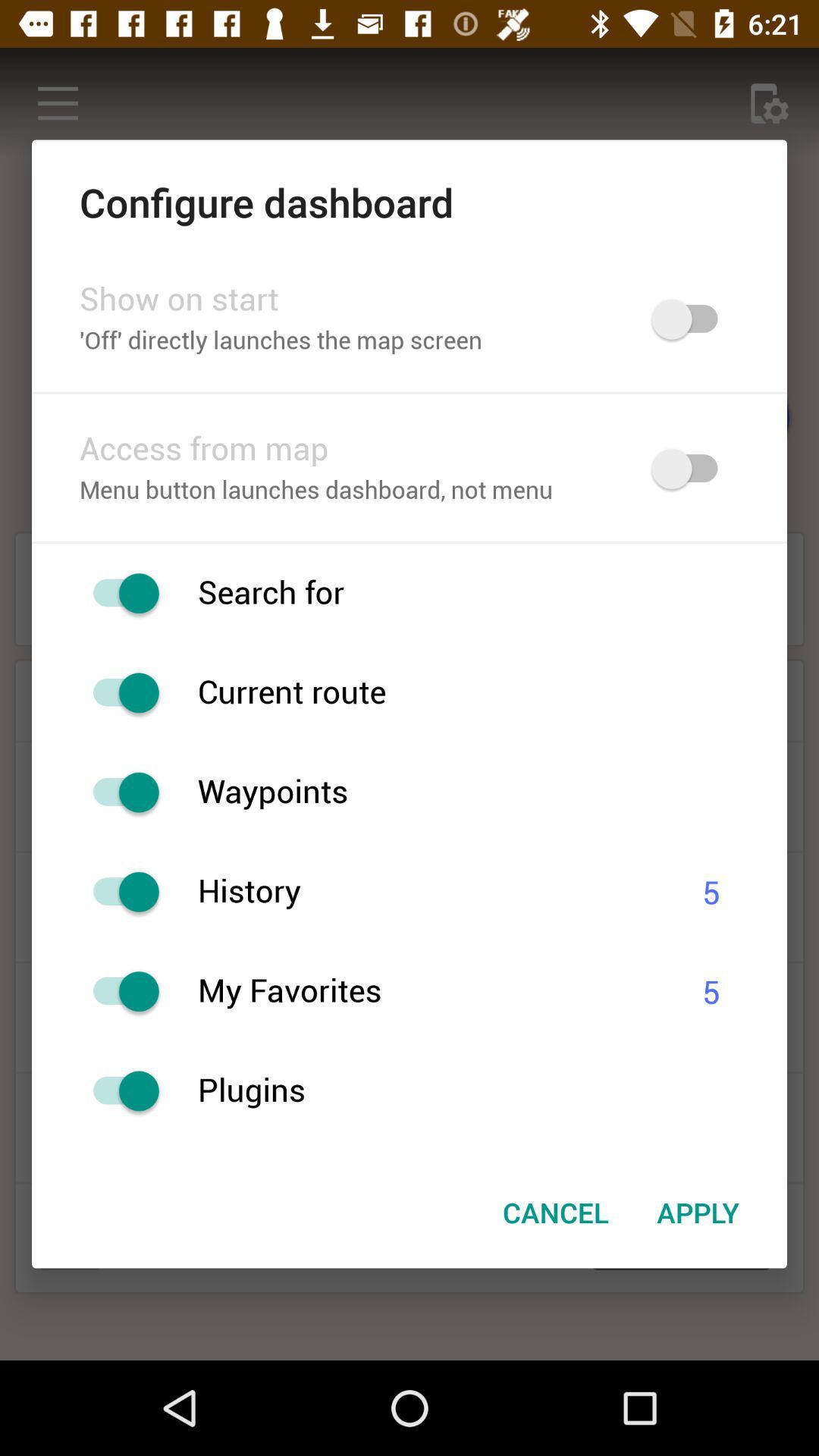  Describe the element at coordinates (118, 892) in the screenshot. I see `change option` at that location.